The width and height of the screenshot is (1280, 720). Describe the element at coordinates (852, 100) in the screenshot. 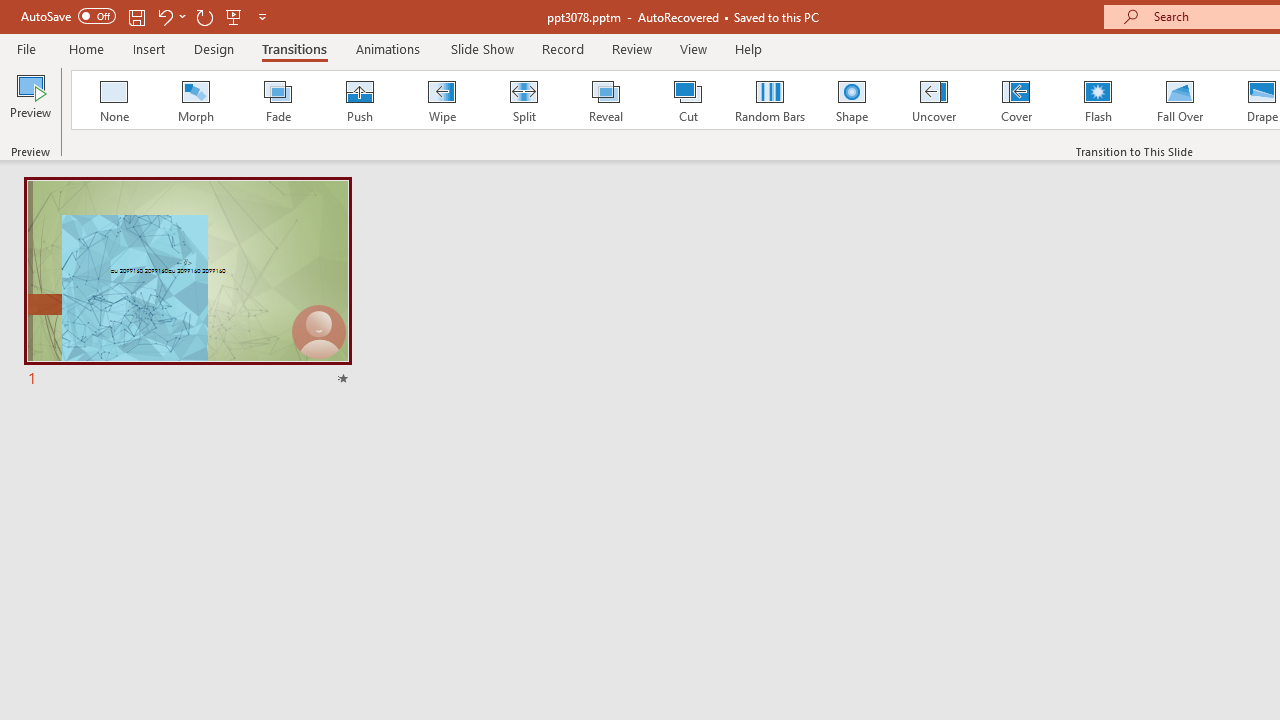

I see `'Shape'` at that location.